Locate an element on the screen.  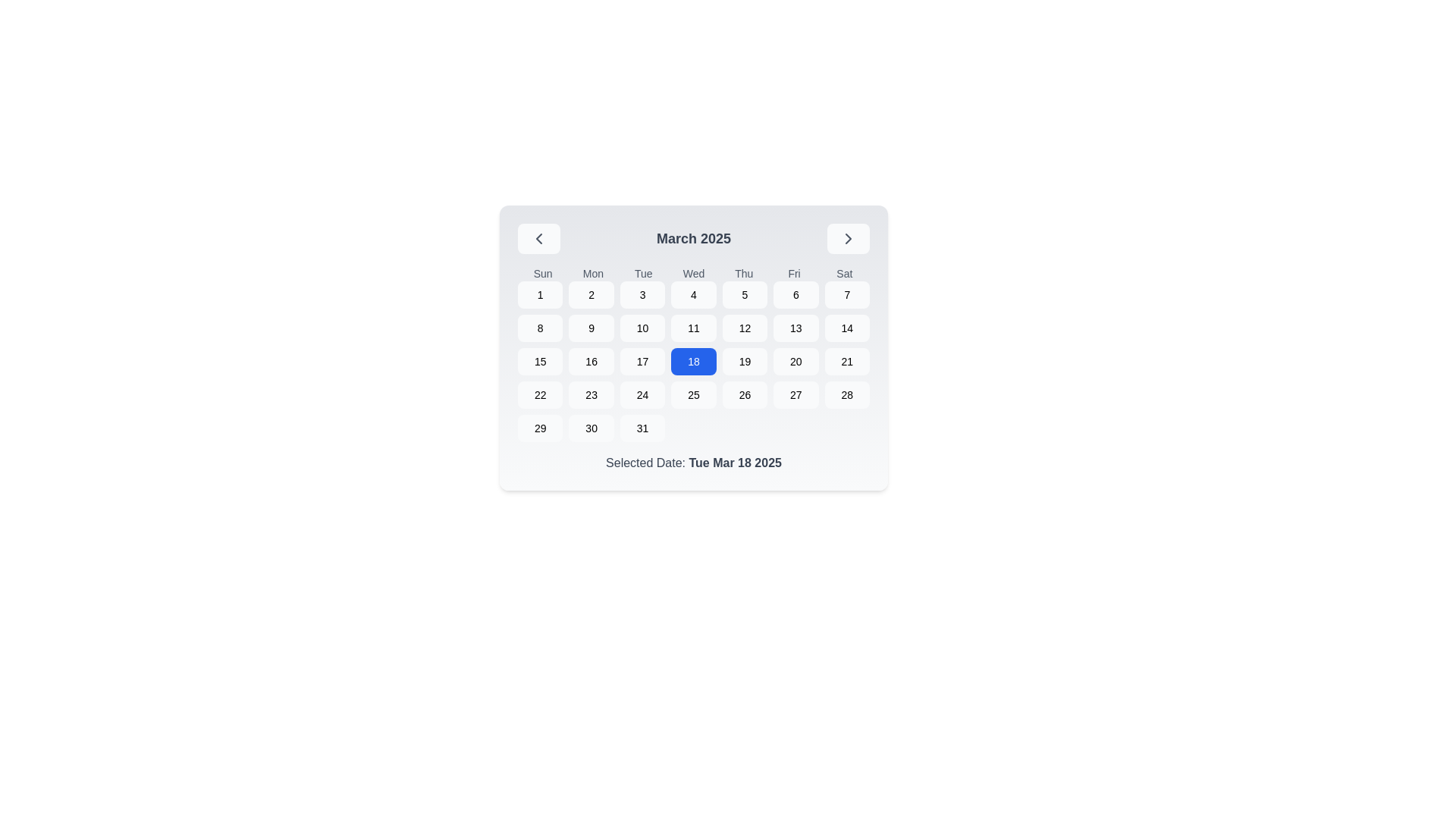
the rightward-facing chevron icon located on the right side of the calendar header, next to the 'March 2025' title to trigger visual effects is located at coordinates (847, 239).